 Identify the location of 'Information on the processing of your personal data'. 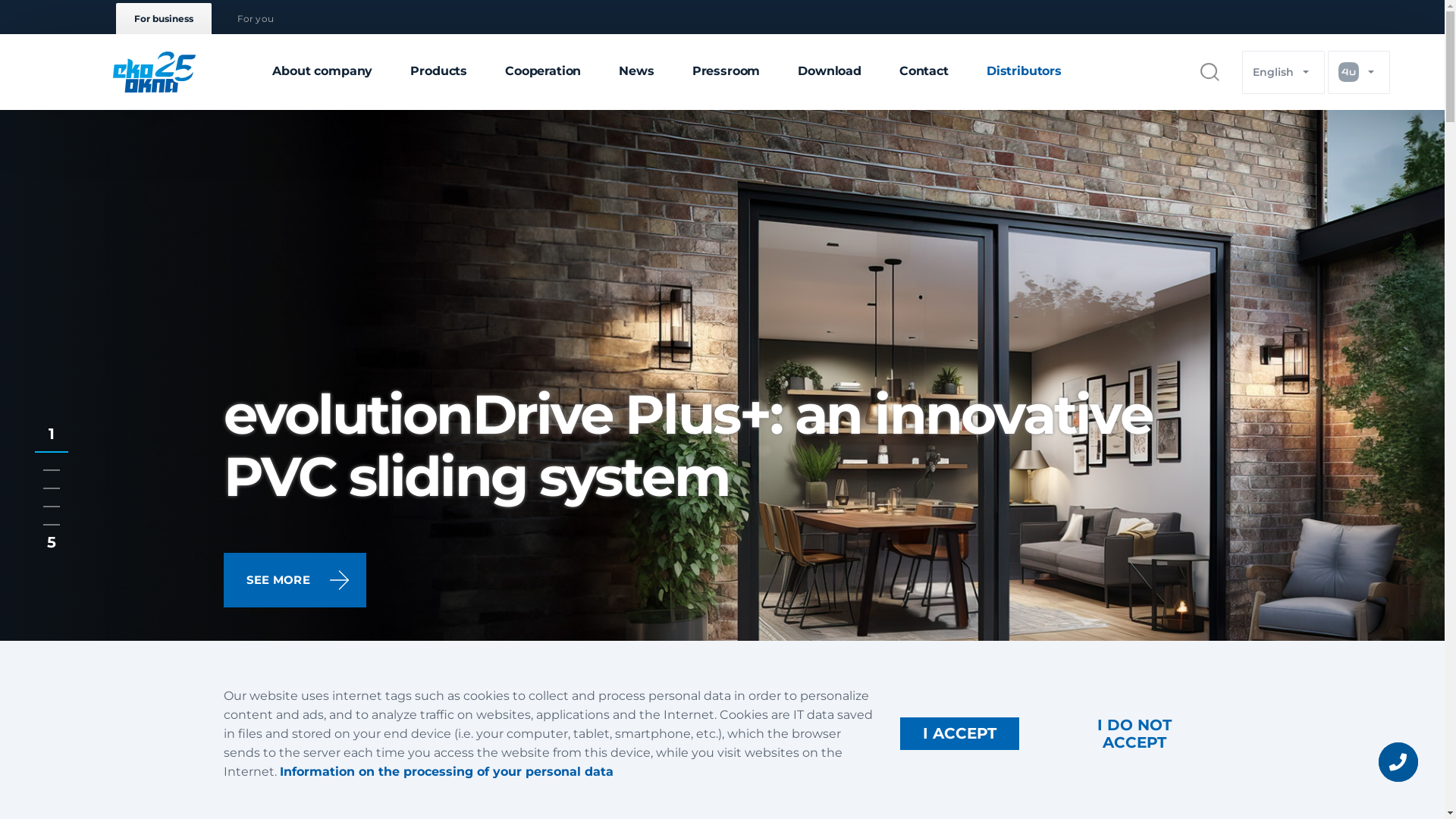
(445, 771).